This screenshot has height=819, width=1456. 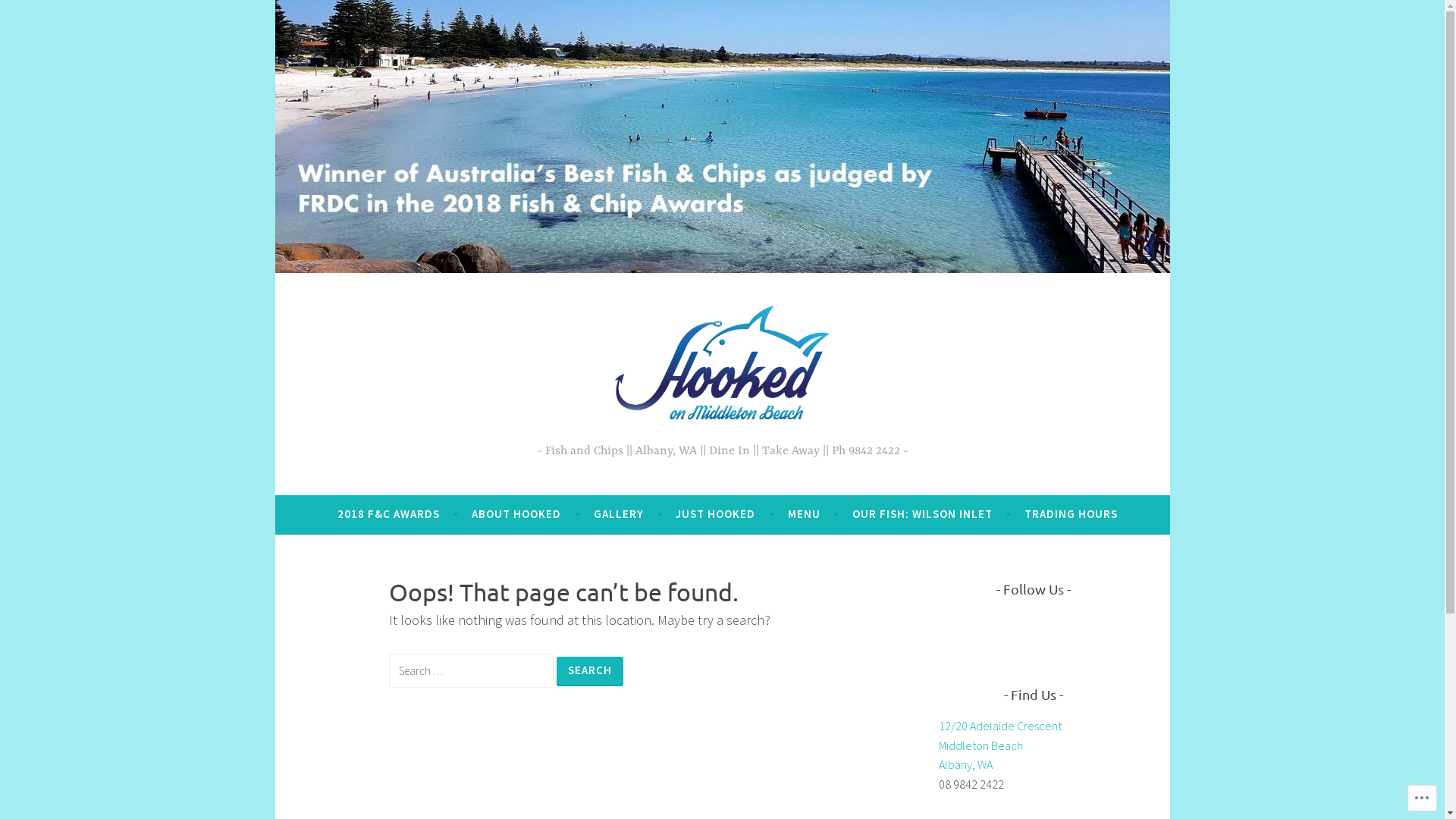 What do you see at coordinates (852, 513) in the screenshot?
I see `'OUR FISH: WILSON INLET'` at bounding box center [852, 513].